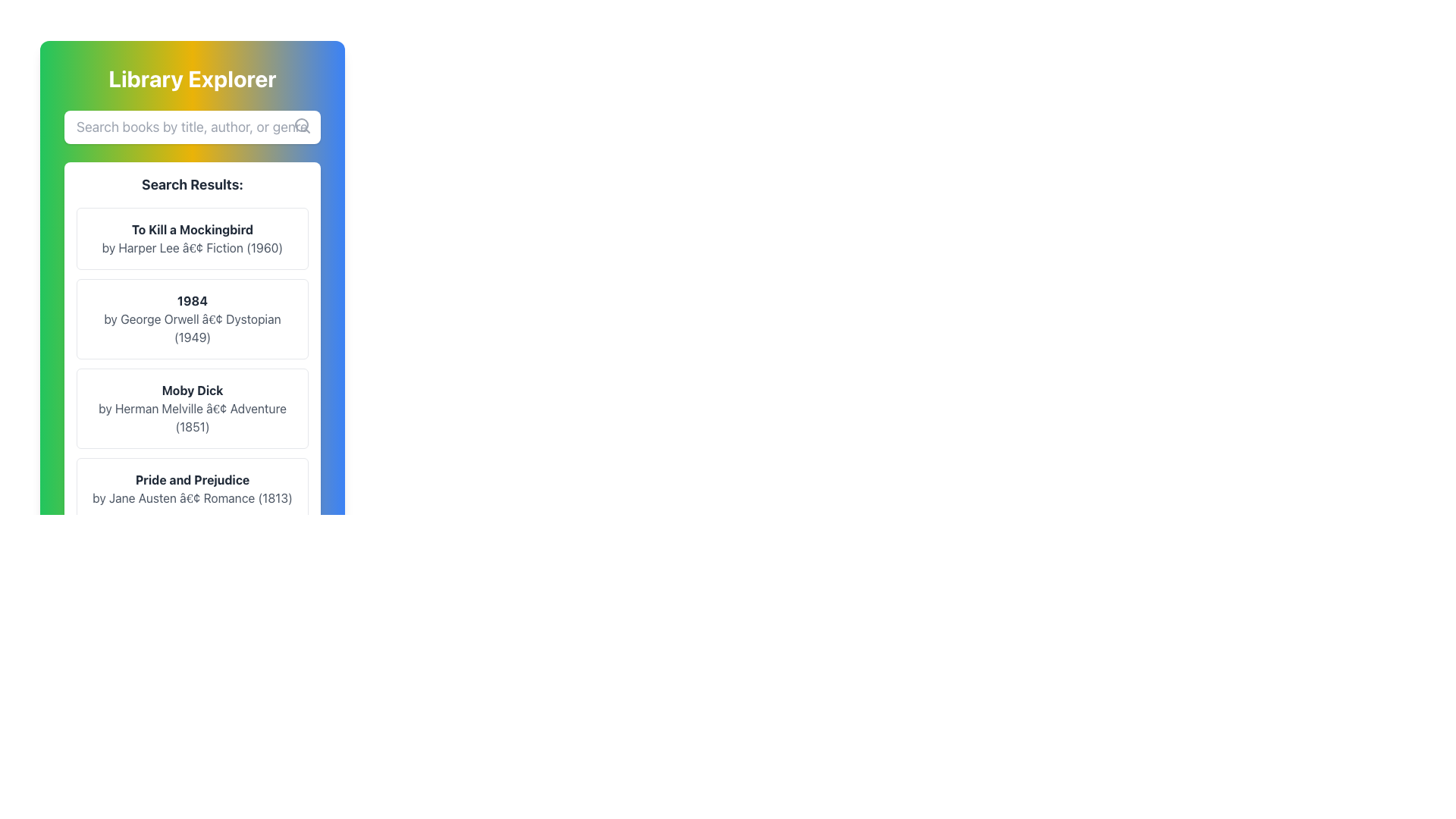 The height and width of the screenshot is (819, 1456). Describe the element at coordinates (192, 127) in the screenshot. I see `the Text Input Field for searching books, located below the 'Library Explorer' title` at that location.